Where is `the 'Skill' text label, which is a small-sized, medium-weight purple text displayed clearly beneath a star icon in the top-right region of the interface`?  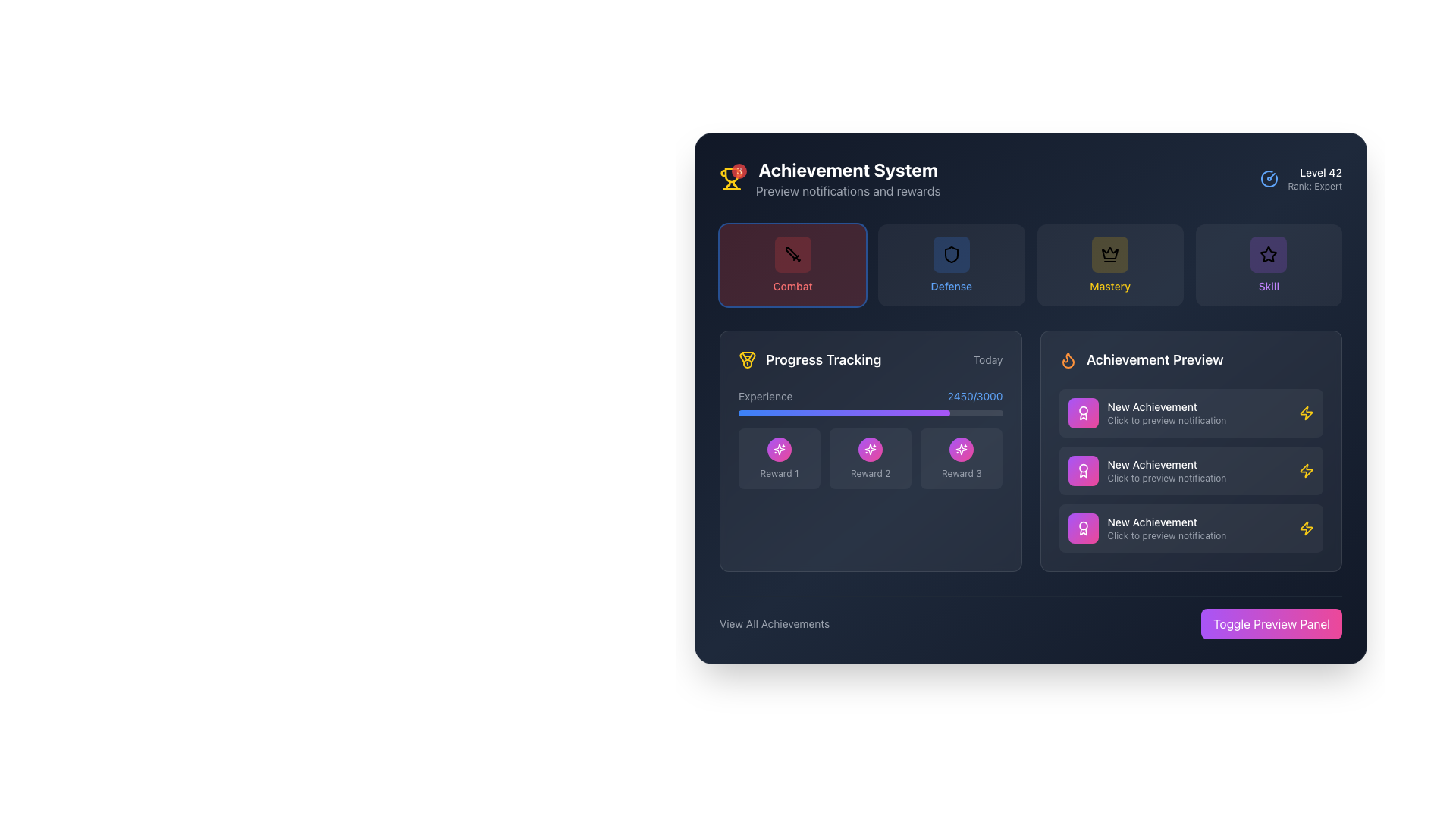 the 'Skill' text label, which is a small-sized, medium-weight purple text displayed clearly beneath a star icon in the top-right region of the interface is located at coordinates (1269, 287).